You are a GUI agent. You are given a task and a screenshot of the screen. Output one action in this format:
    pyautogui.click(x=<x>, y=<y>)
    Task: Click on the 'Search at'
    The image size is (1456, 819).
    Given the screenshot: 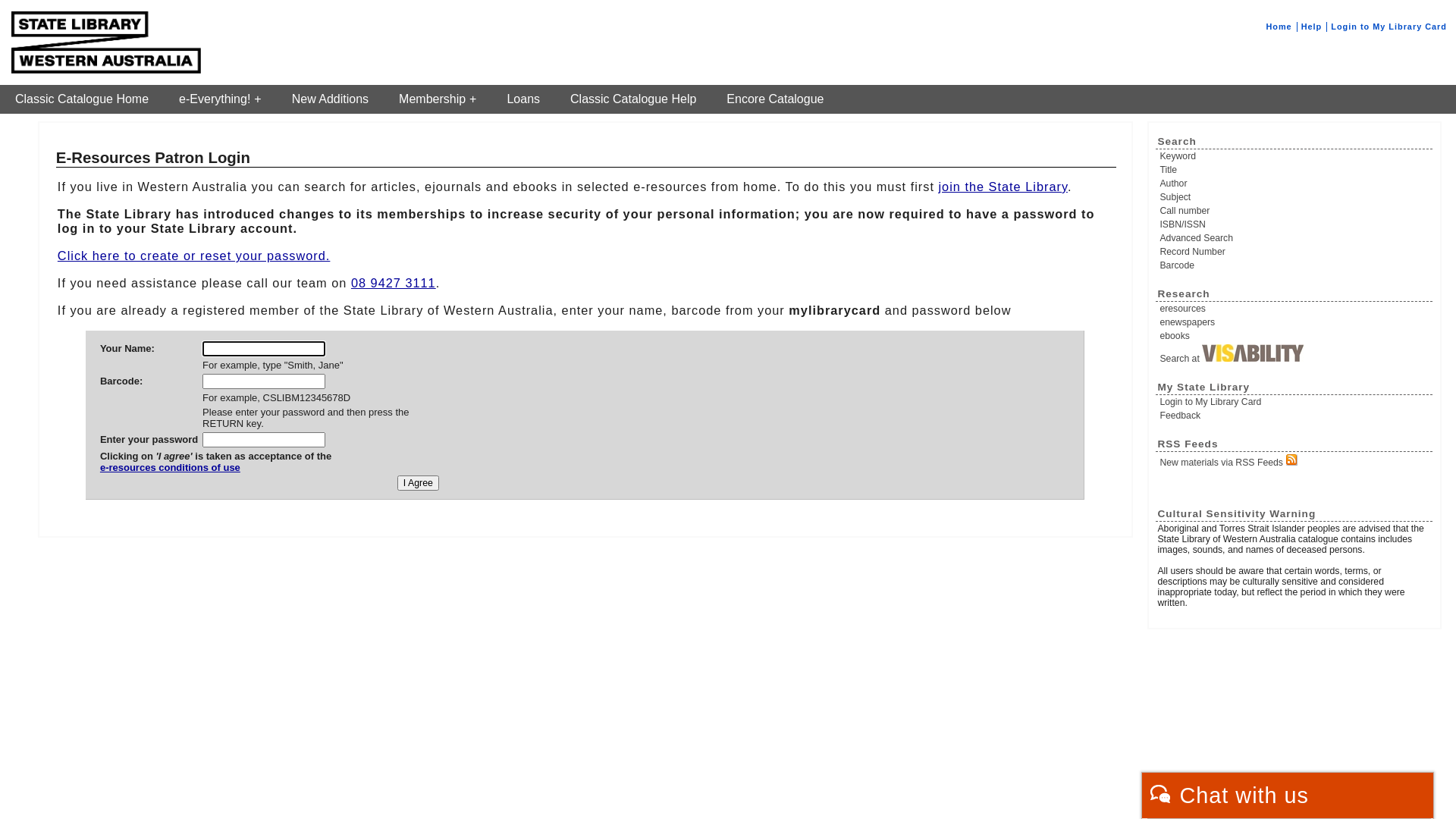 What is the action you would take?
    pyautogui.click(x=1294, y=353)
    